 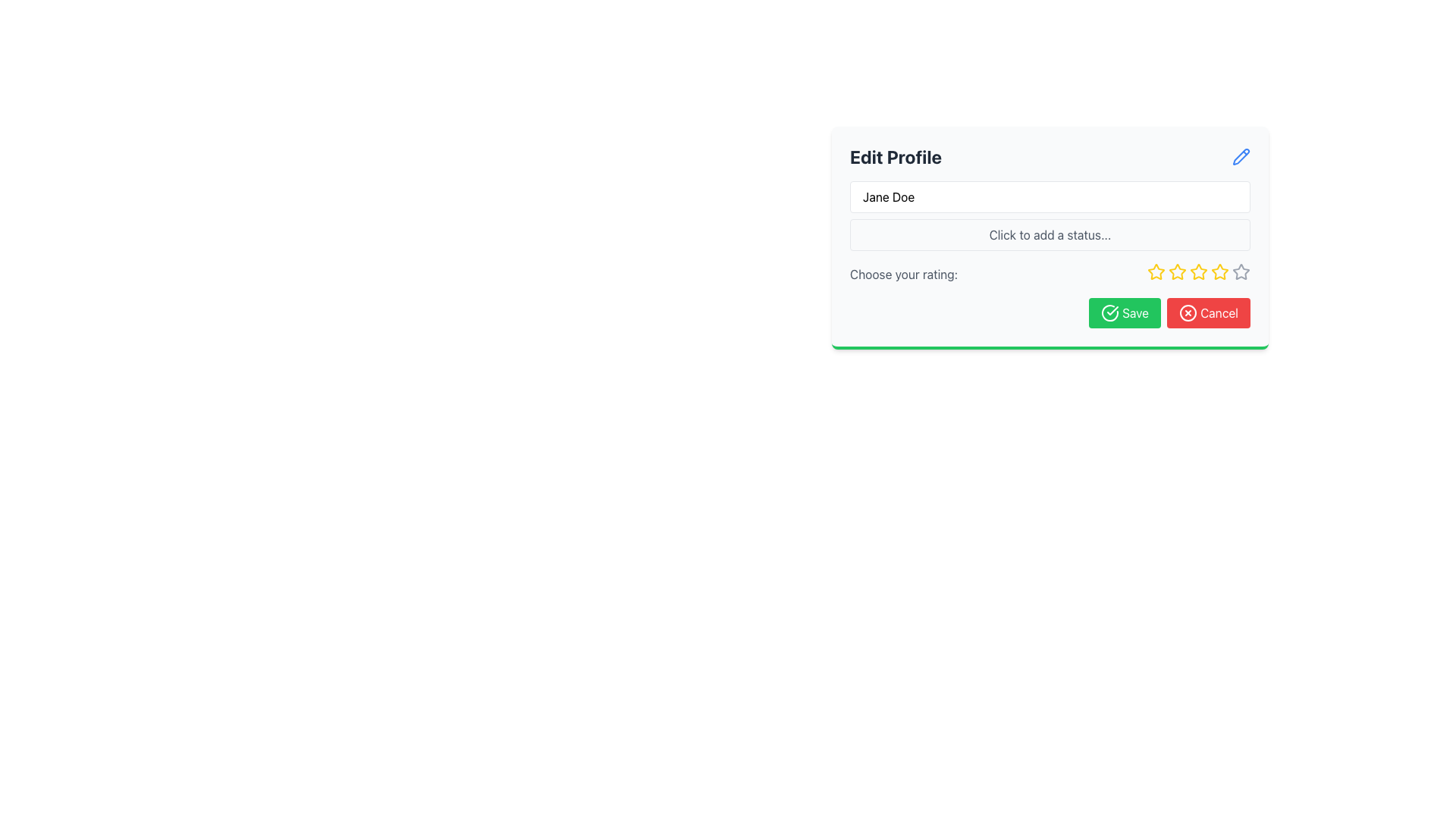 What do you see at coordinates (1207, 312) in the screenshot?
I see `the cancel button located at the bottom right of the modal dialog, which is the second button from the right` at bounding box center [1207, 312].